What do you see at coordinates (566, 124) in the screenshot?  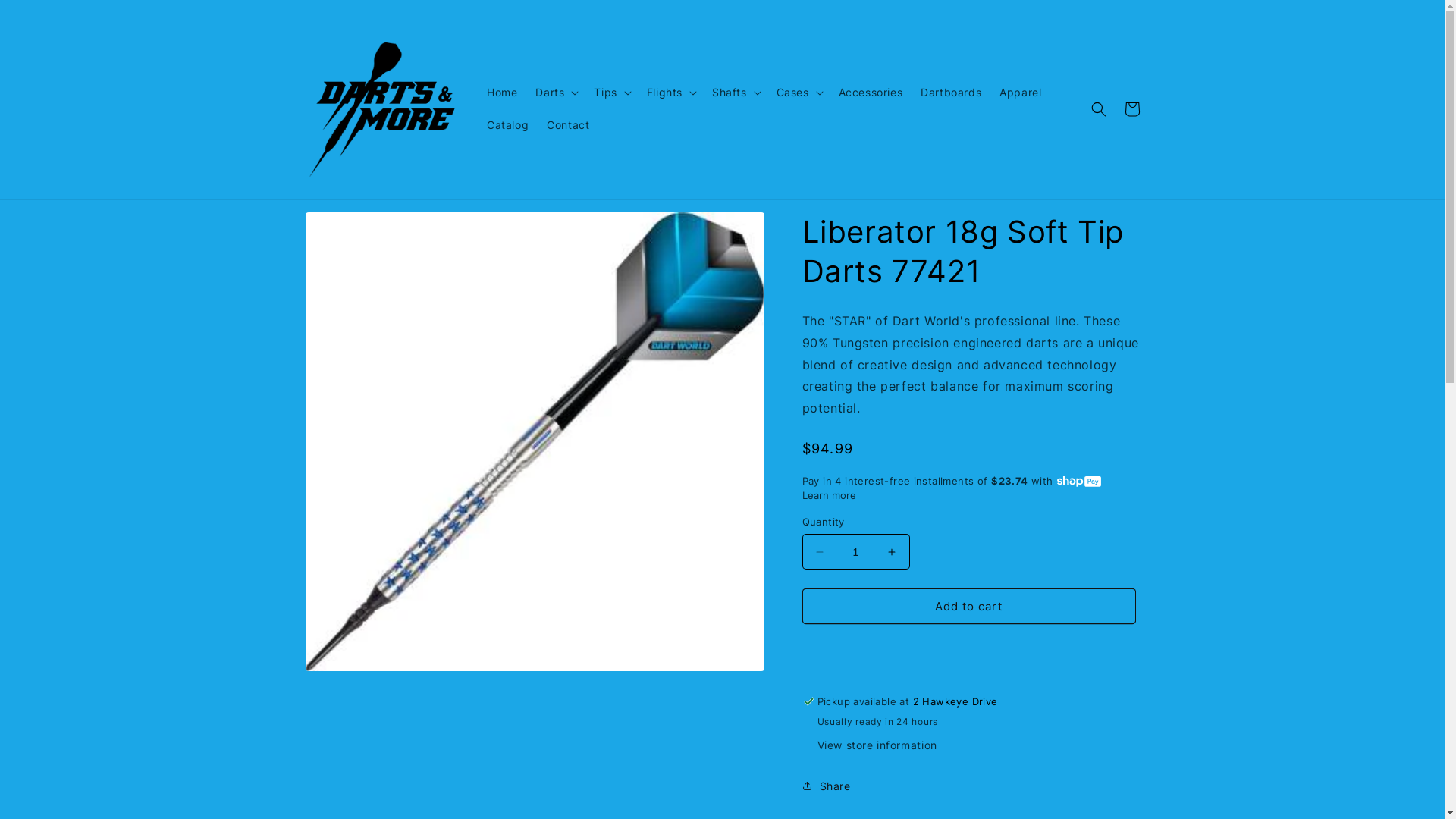 I see `'Contact'` at bounding box center [566, 124].